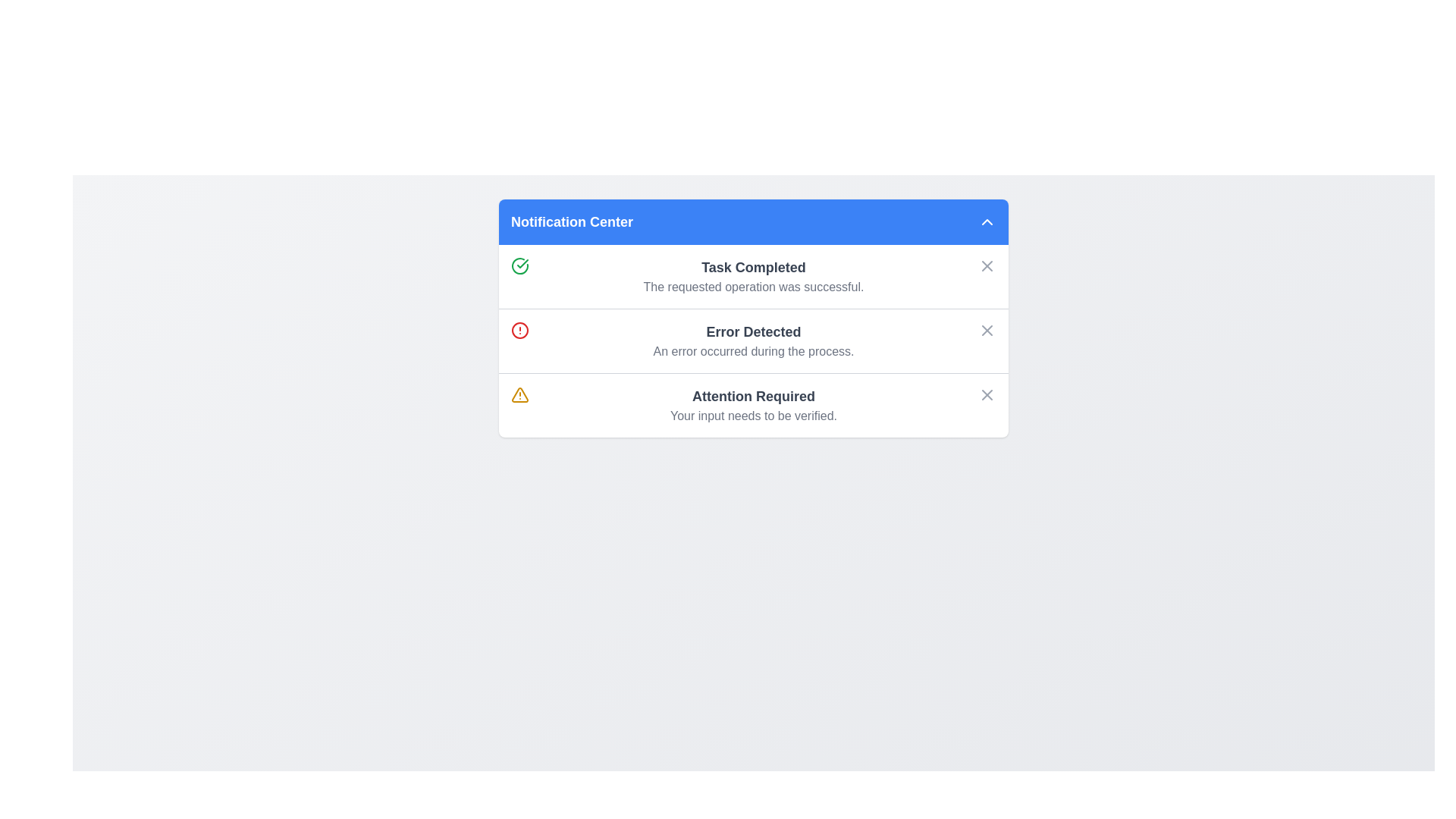  What do you see at coordinates (753, 267) in the screenshot?
I see `text from the status message Text Label indicating successful completion of a task located in the Notification Center` at bounding box center [753, 267].